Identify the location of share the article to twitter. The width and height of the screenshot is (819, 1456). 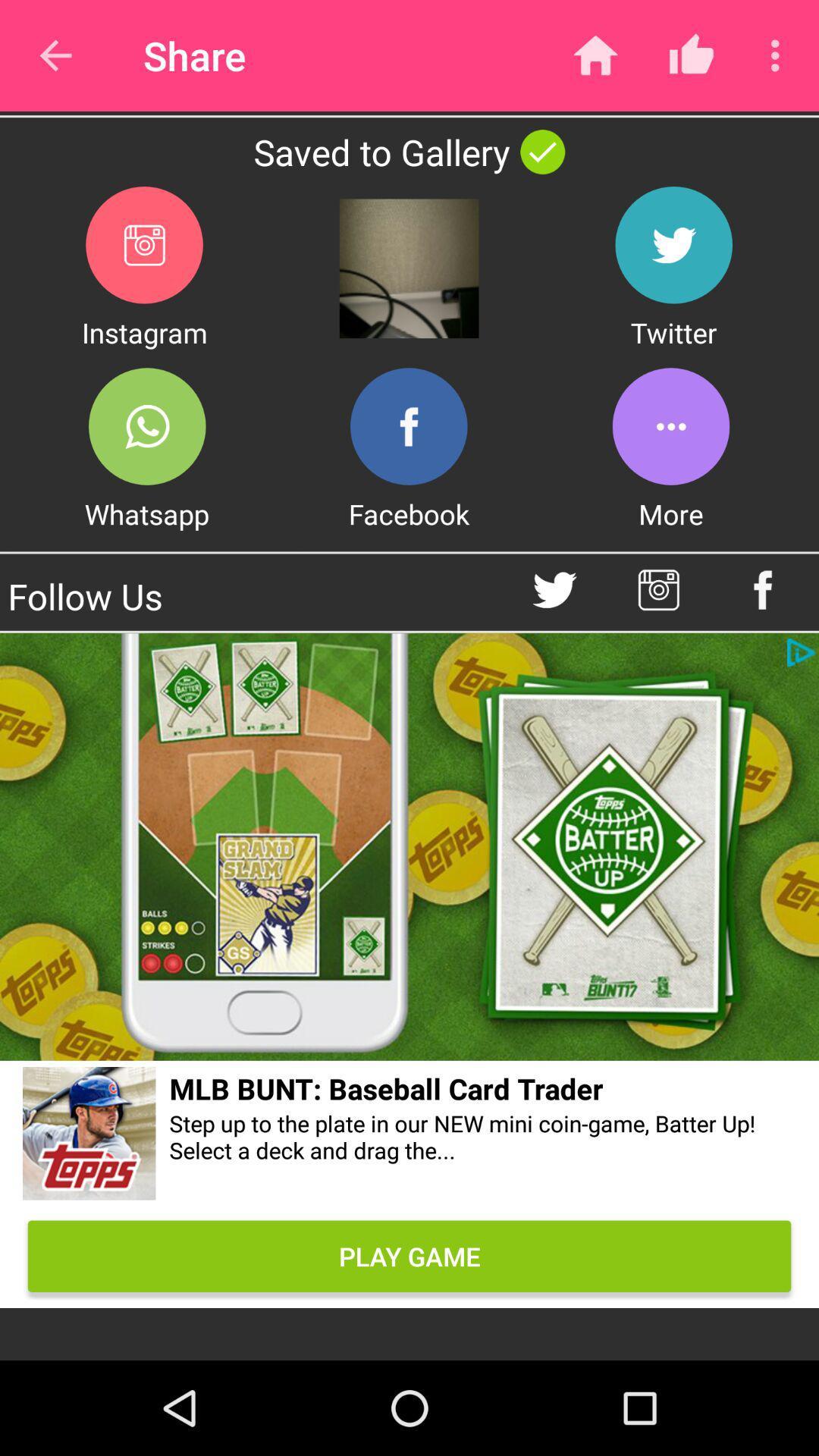
(673, 245).